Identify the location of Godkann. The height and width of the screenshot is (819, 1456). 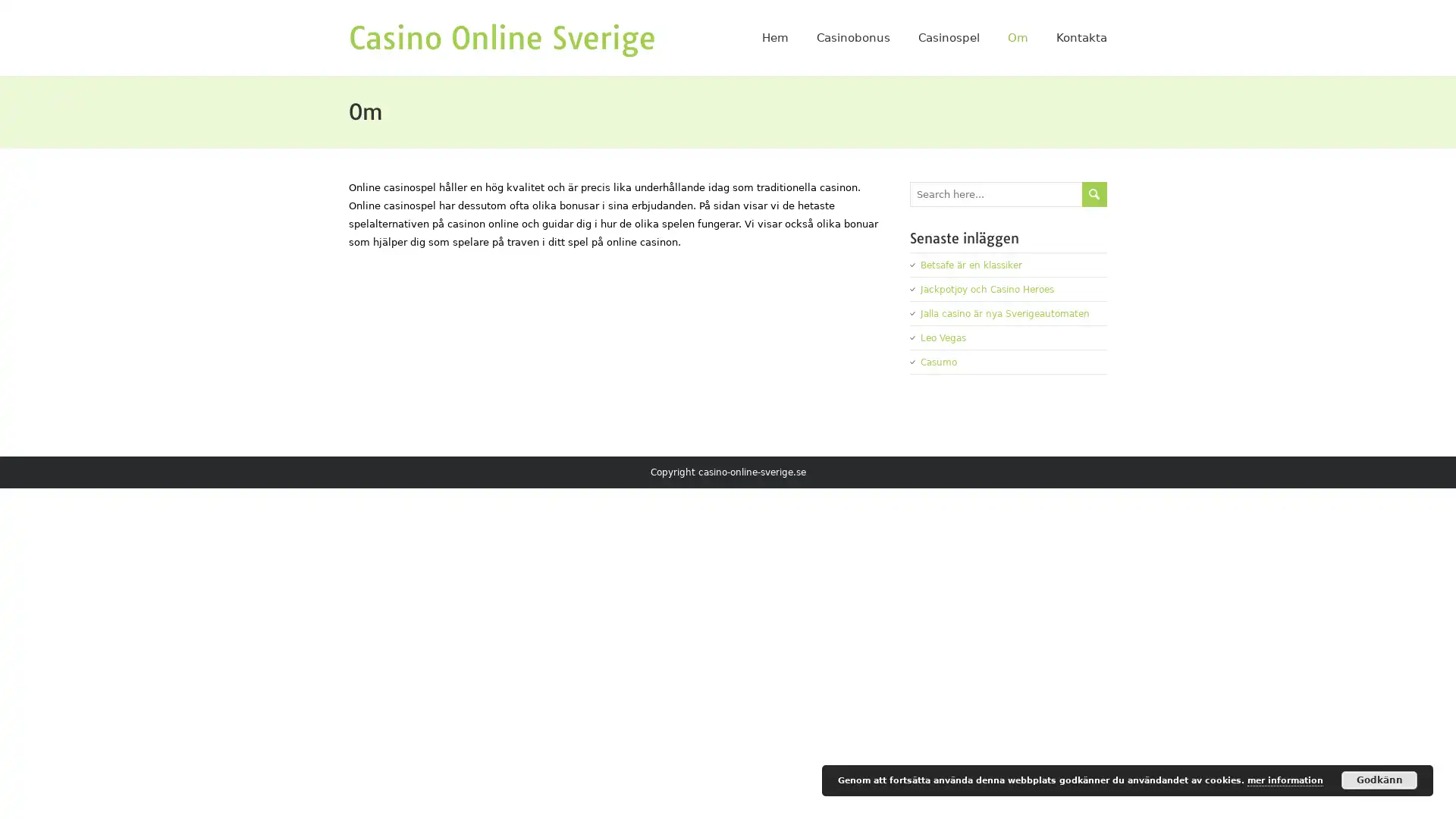
(1379, 780).